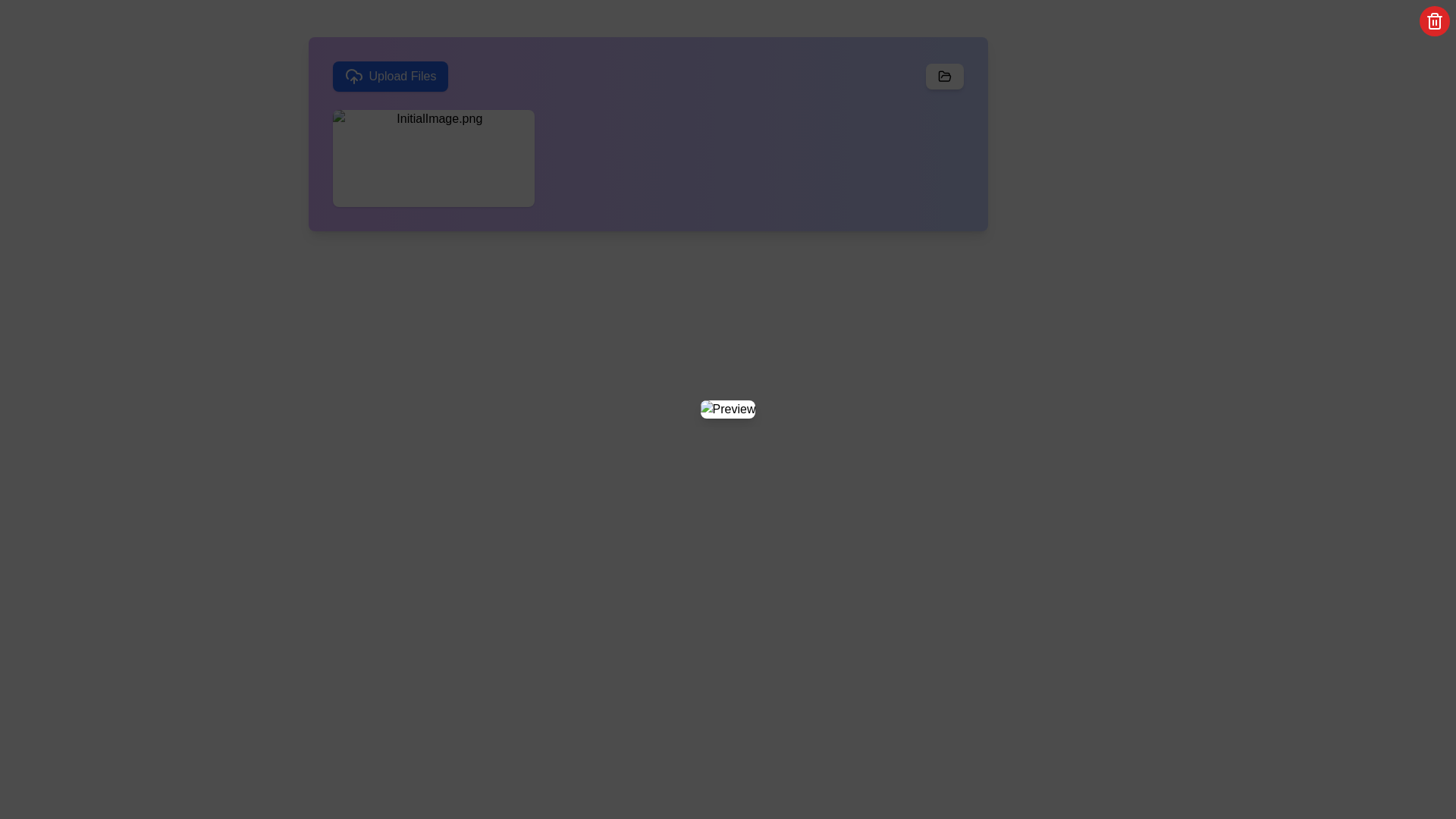 The height and width of the screenshot is (819, 1456). I want to click on the button with a white background and an opened folder icon in the 'Upload Files' header section to activate the hover effect, so click(943, 76).